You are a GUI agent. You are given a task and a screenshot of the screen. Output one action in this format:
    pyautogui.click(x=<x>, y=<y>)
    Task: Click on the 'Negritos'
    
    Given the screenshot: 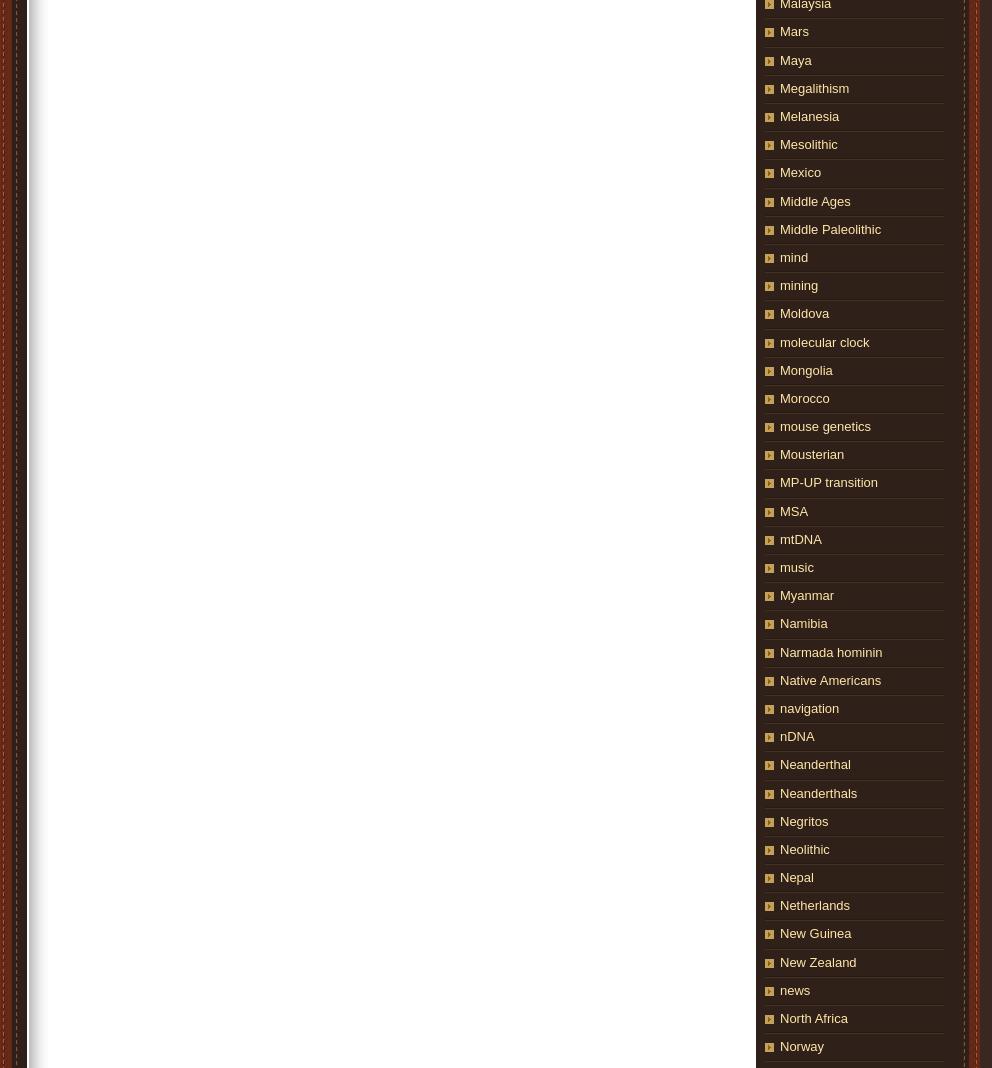 What is the action you would take?
    pyautogui.click(x=804, y=819)
    